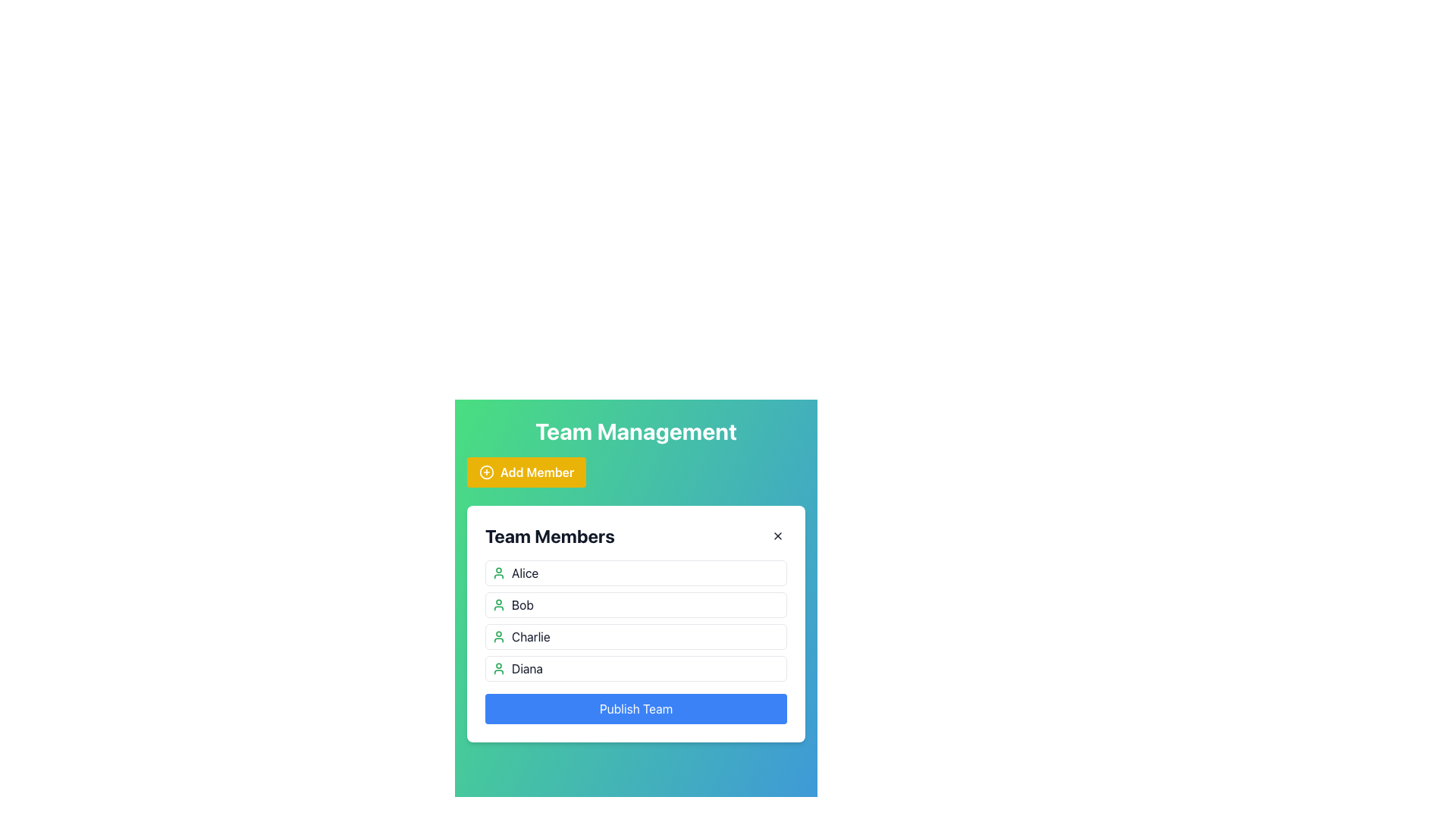 This screenshot has height=819, width=1456. What do you see at coordinates (526, 472) in the screenshot?
I see `the 'Add New Member' button located under the 'Team Management' title` at bounding box center [526, 472].